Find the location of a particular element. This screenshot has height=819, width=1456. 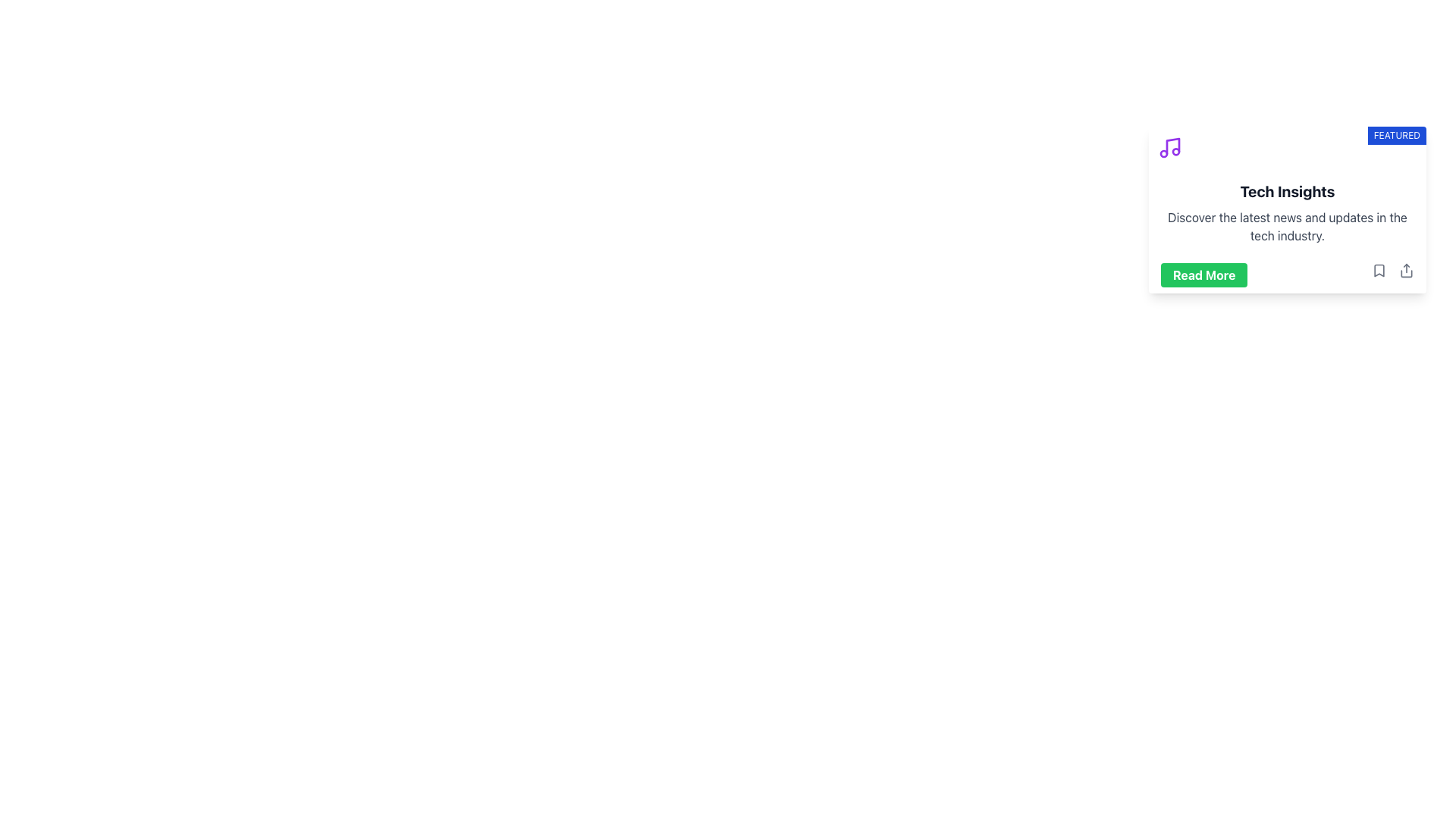

the non-interactive text block that provides a summary related to 'Tech Insights', located directly below the 'Tech Insights' title is located at coordinates (1287, 227).